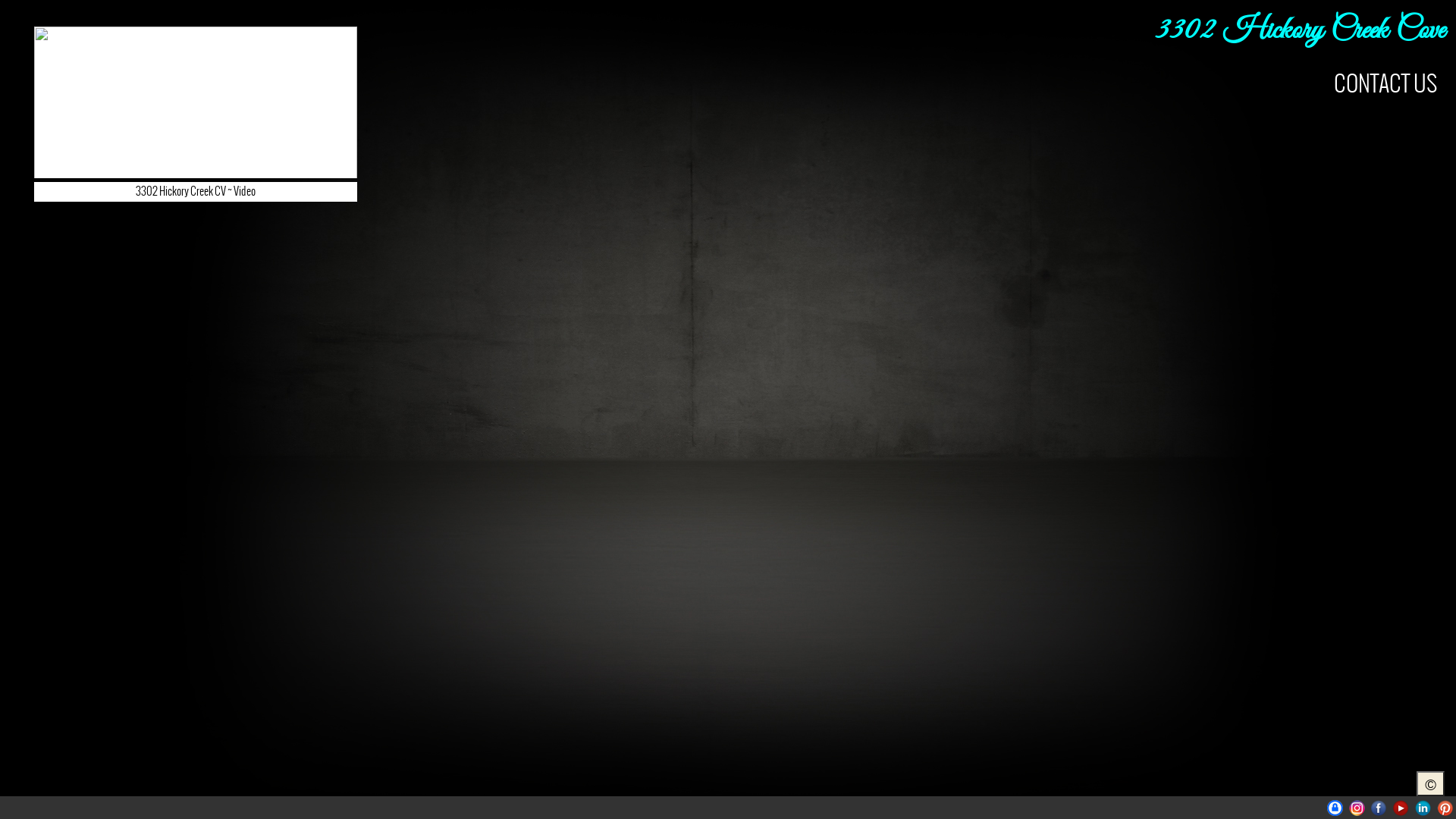 The height and width of the screenshot is (819, 1456). Describe the element at coordinates (1436, 807) in the screenshot. I see `'Pinterest'` at that location.